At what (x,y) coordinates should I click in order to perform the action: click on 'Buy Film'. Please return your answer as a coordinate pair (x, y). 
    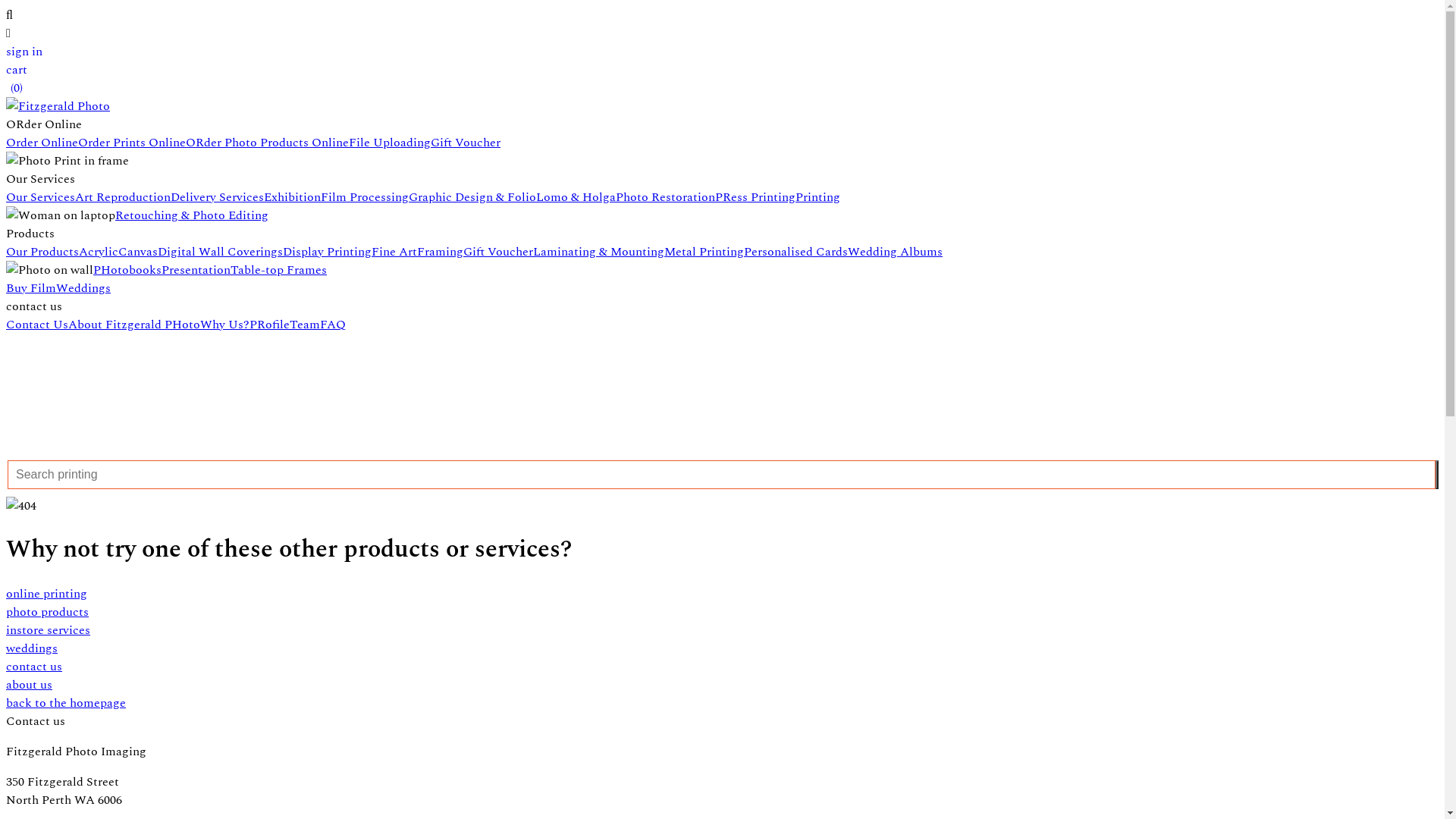
    Looking at the image, I should click on (31, 288).